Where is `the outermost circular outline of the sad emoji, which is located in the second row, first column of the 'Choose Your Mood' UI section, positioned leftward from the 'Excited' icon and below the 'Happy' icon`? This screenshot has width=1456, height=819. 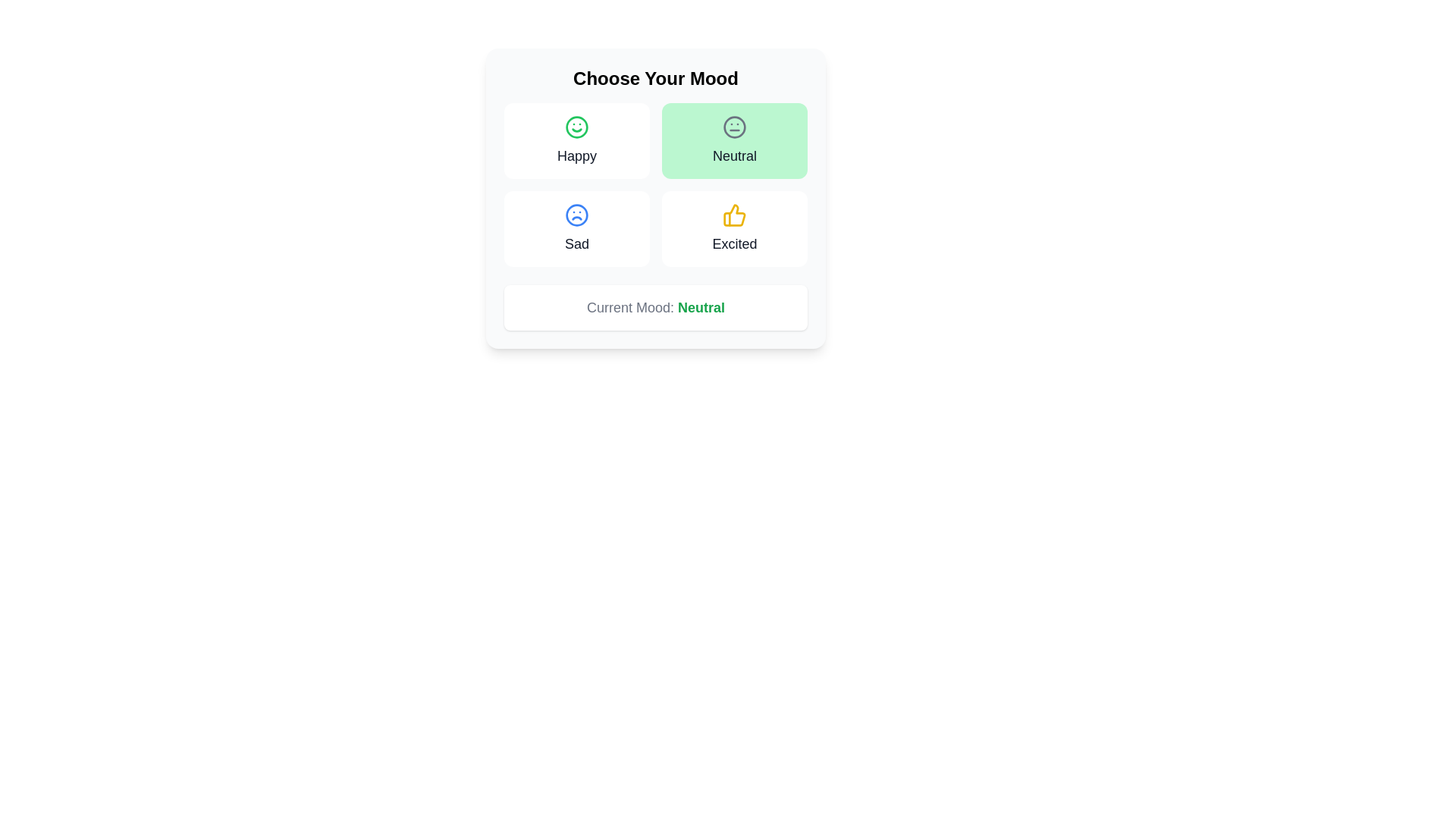
the outermost circular outline of the sad emoji, which is located in the second row, first column of the 'Choose Your Mood' UI section, positioned leftward from the 'Excited' icon and below the 'Happy' icon is located at coordinates (576, 215).